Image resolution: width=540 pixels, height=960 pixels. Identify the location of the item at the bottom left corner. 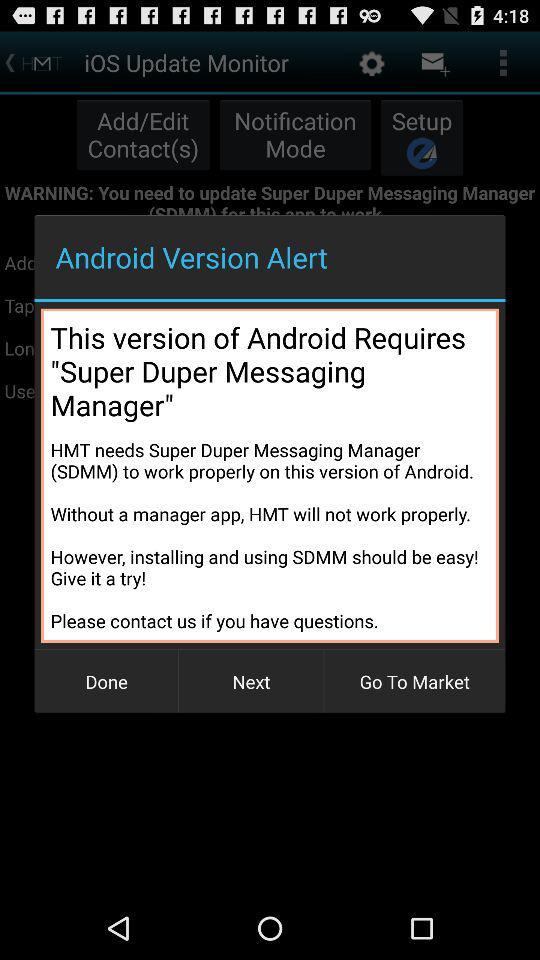
(106, 681).